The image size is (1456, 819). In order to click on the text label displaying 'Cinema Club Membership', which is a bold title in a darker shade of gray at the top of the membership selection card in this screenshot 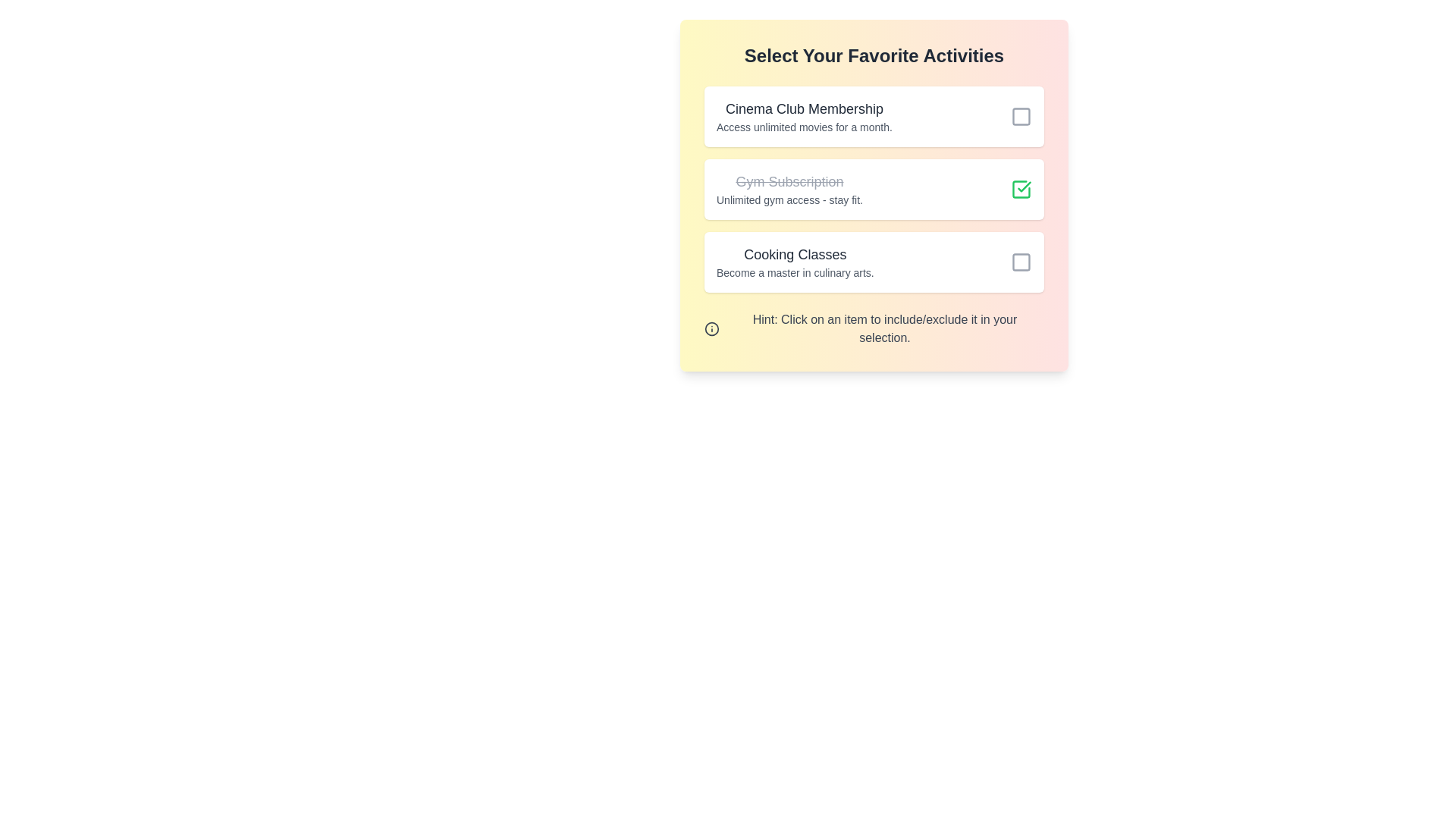, I will do `click(803, 108)`.